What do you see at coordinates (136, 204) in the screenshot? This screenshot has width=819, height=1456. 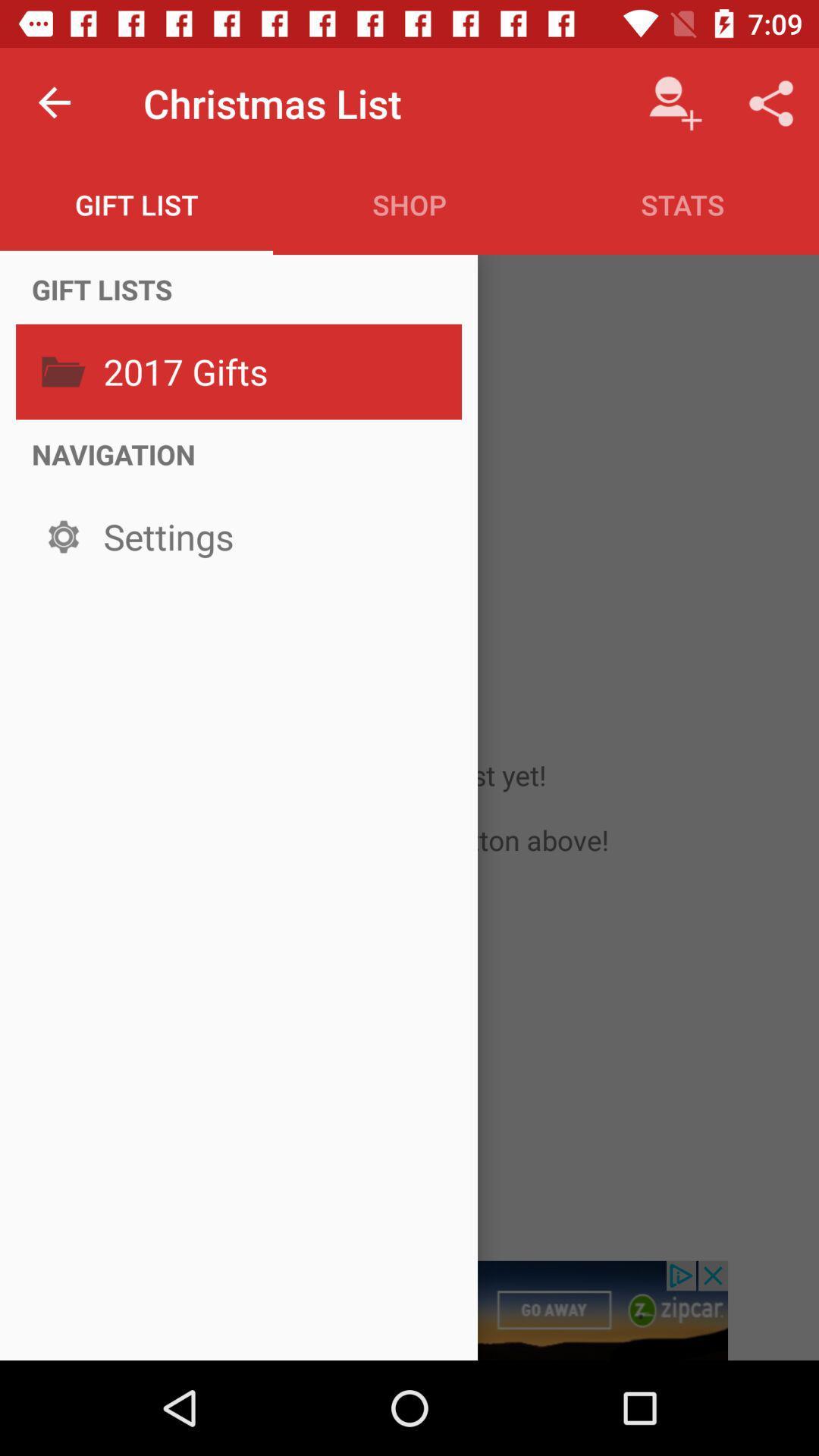 I see `gift list` at bounding box center [136, 204].